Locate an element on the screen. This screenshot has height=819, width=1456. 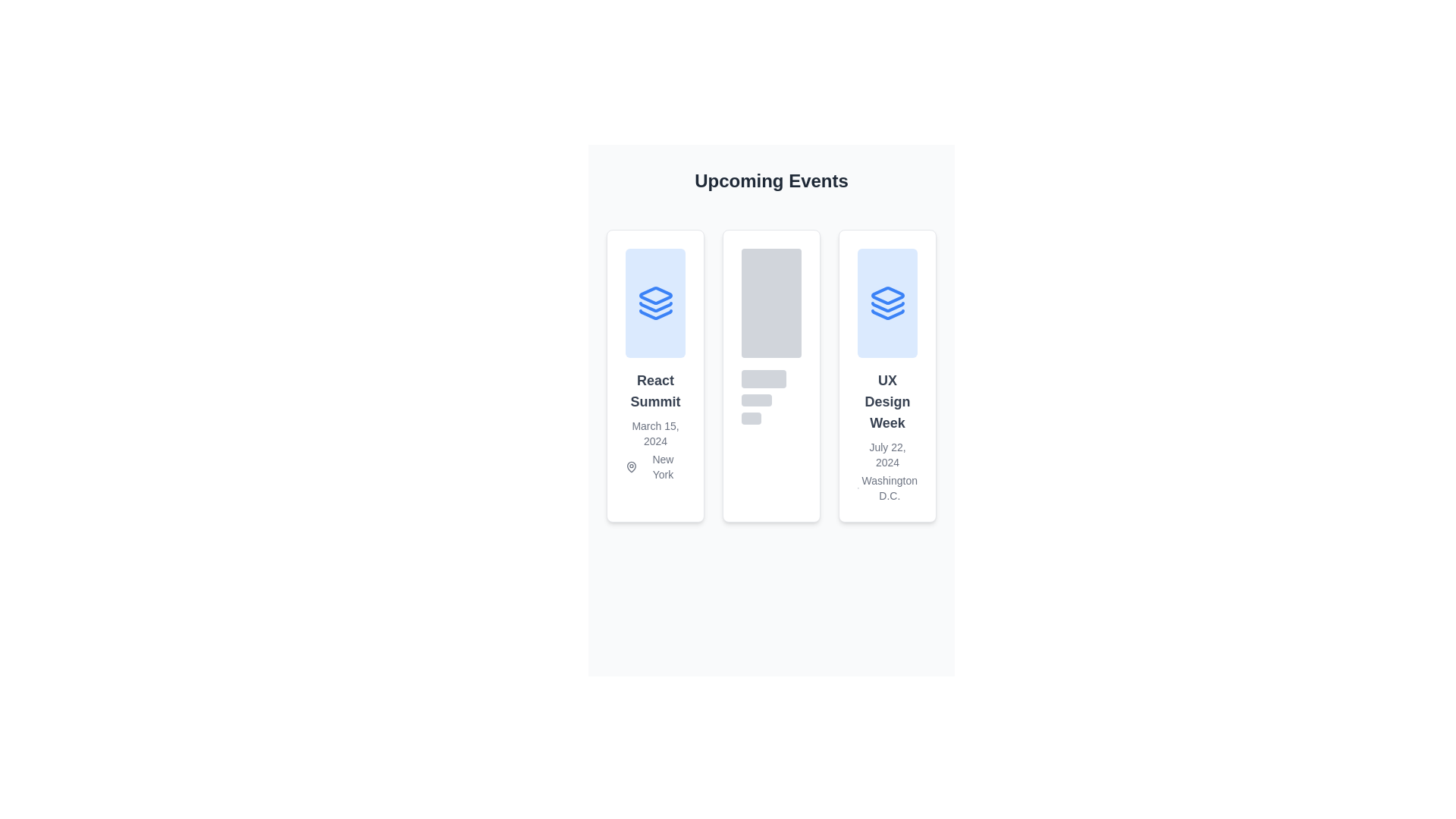
text displayed in bold gray font that says 'UX Design Week', which is the title of the third event card from the left is located at coordinates (887, 400).